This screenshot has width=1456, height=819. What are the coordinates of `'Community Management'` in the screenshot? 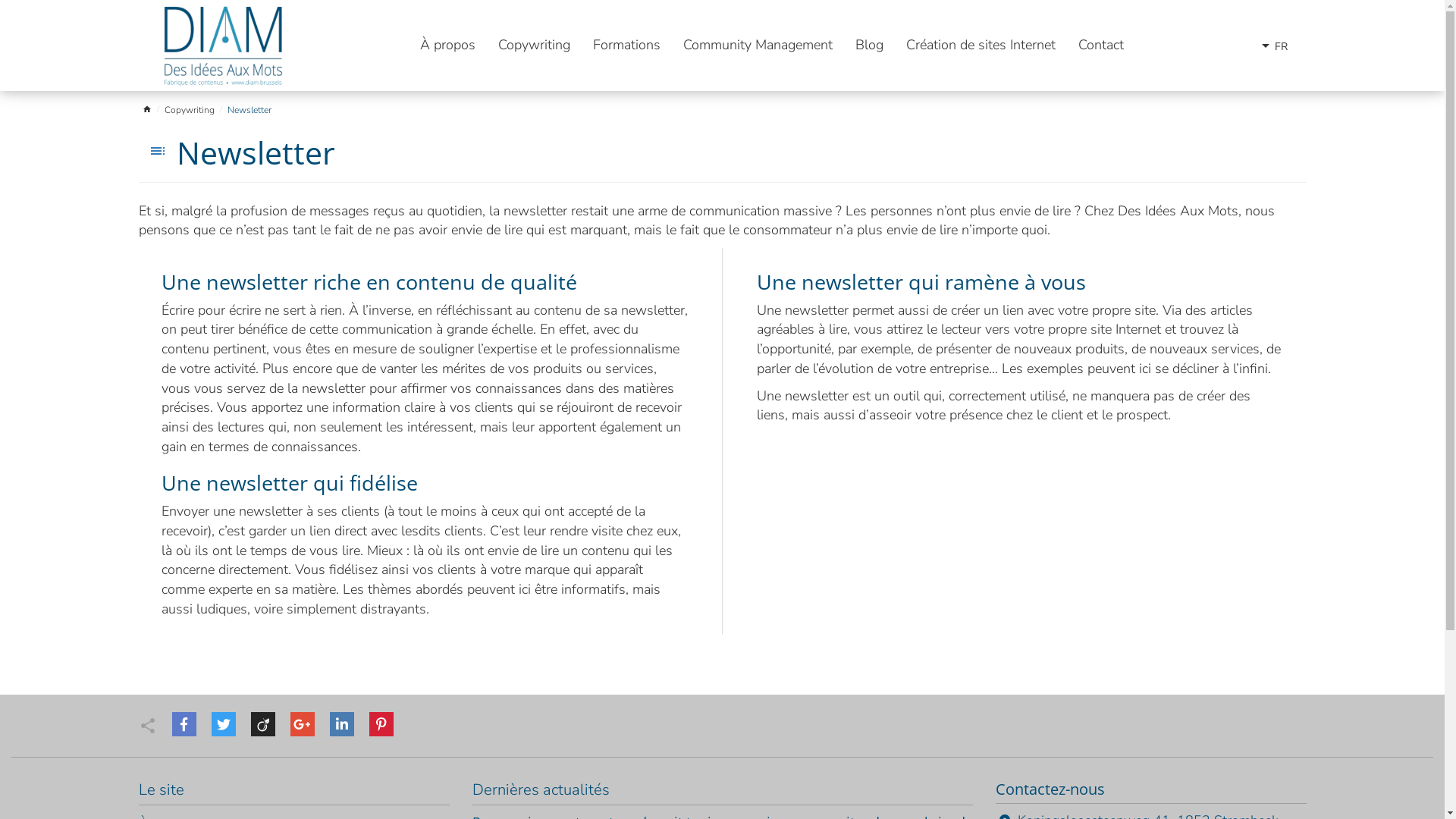 It's located at (758, 45).